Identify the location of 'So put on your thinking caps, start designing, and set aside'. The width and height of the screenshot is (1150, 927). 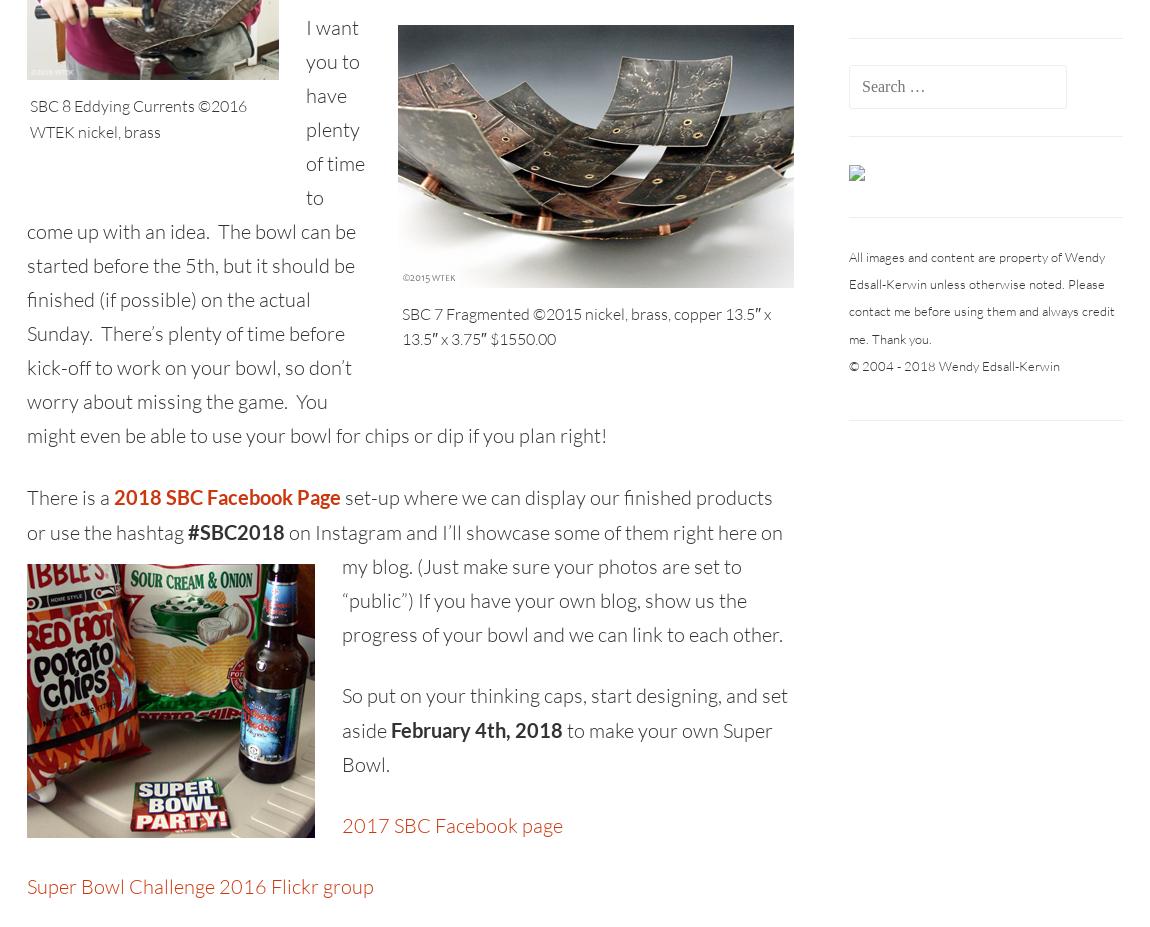
(564, 711).